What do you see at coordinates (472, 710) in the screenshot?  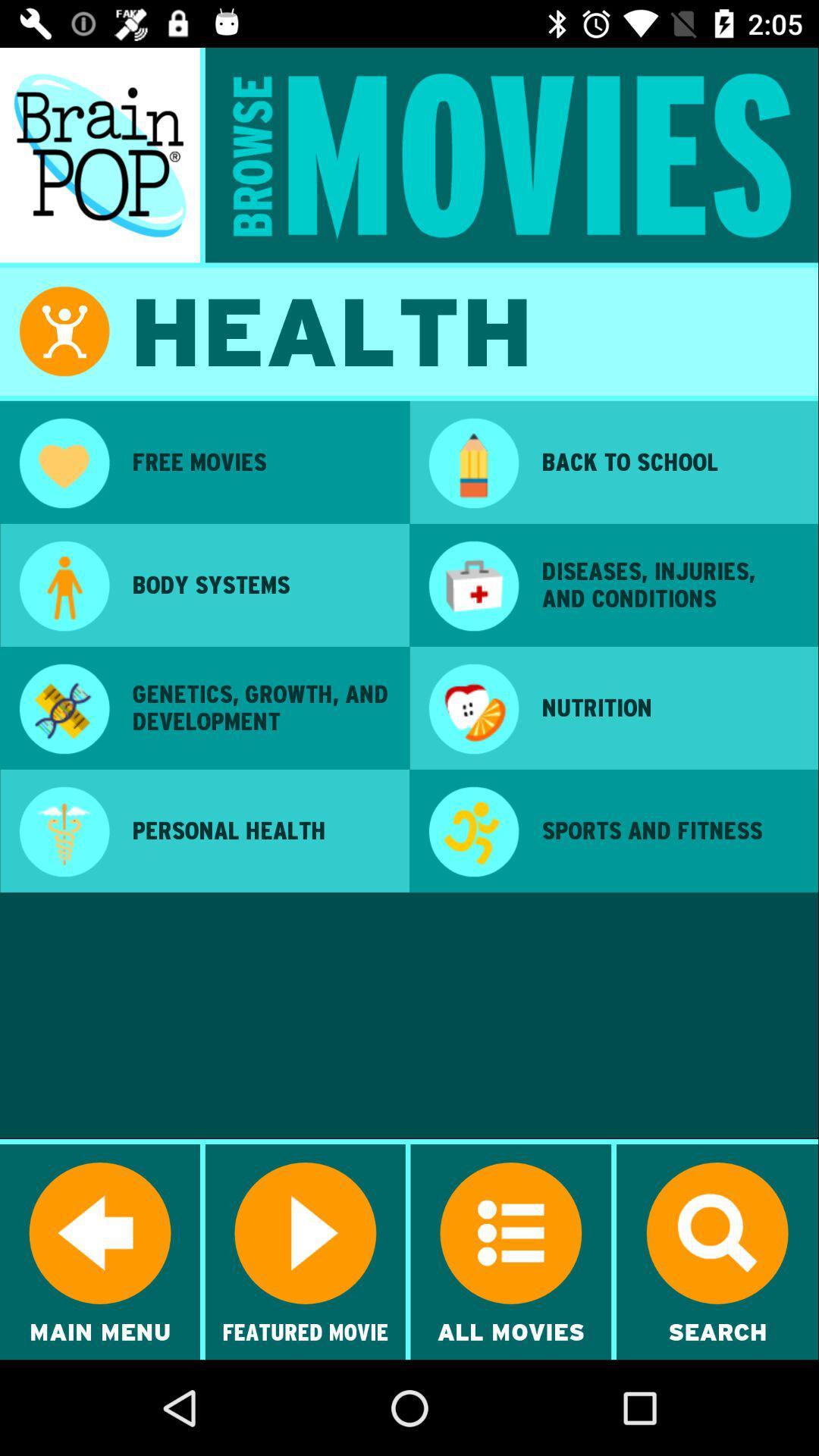 I see `the icon next to genetics growth and` at bounding box center [472, 710].